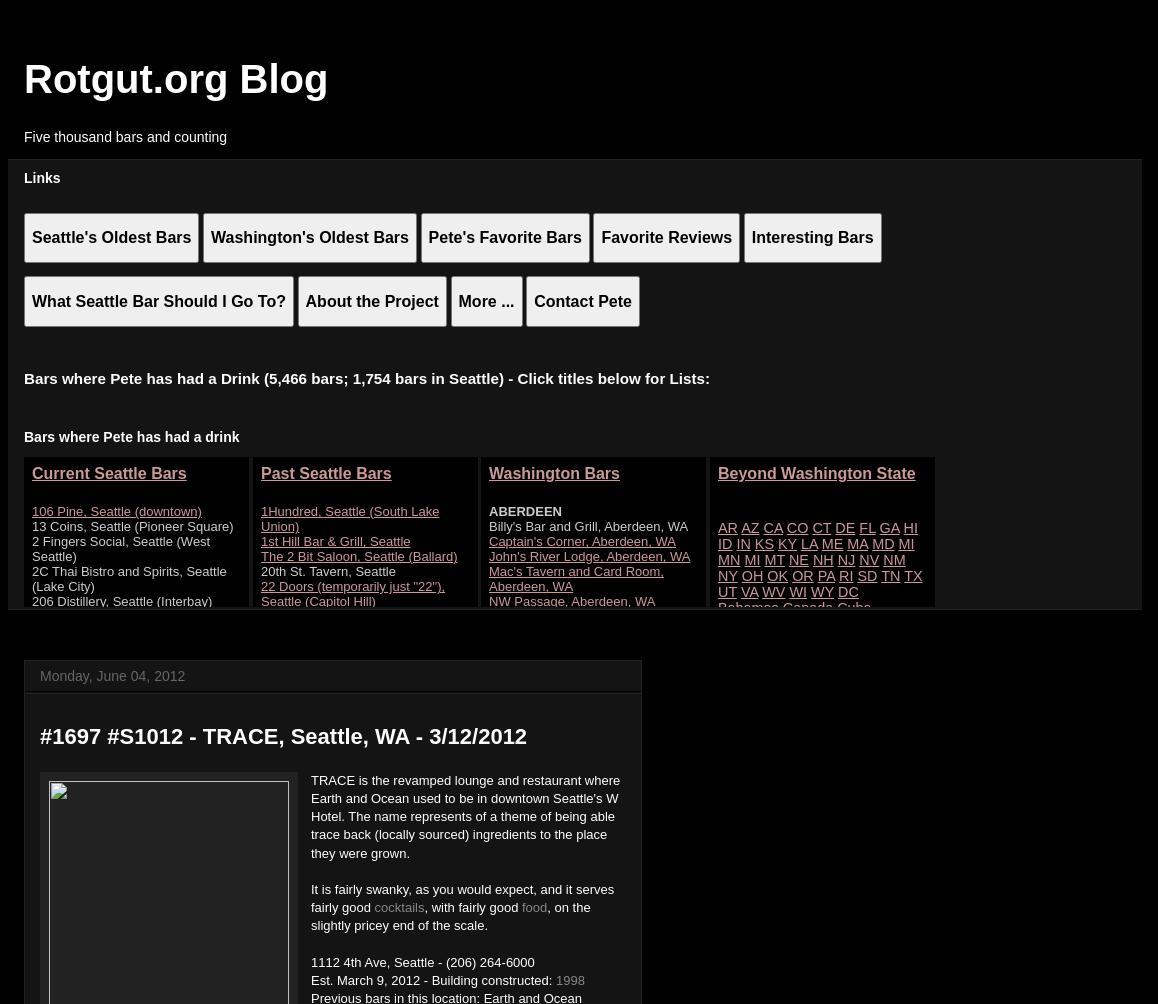 The width and height of the screenshot is (1158, 1004). What do you see at coordinates (810, 236) in the screenshot?
I see `'Interesting Bars'` at bounding box center [810, 236].